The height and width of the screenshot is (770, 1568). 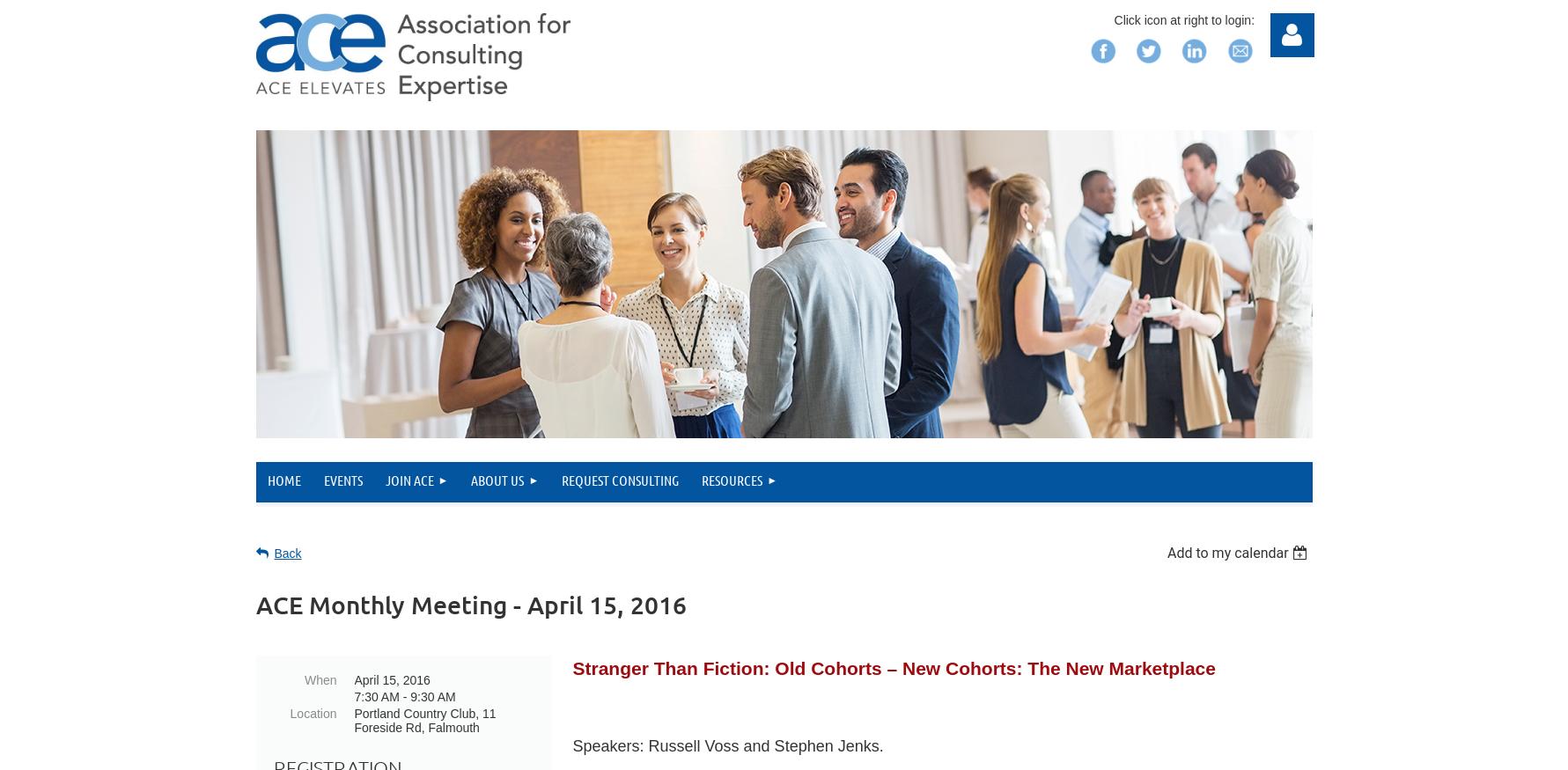 I want to click on 'Events', so click(x=342, y=479).